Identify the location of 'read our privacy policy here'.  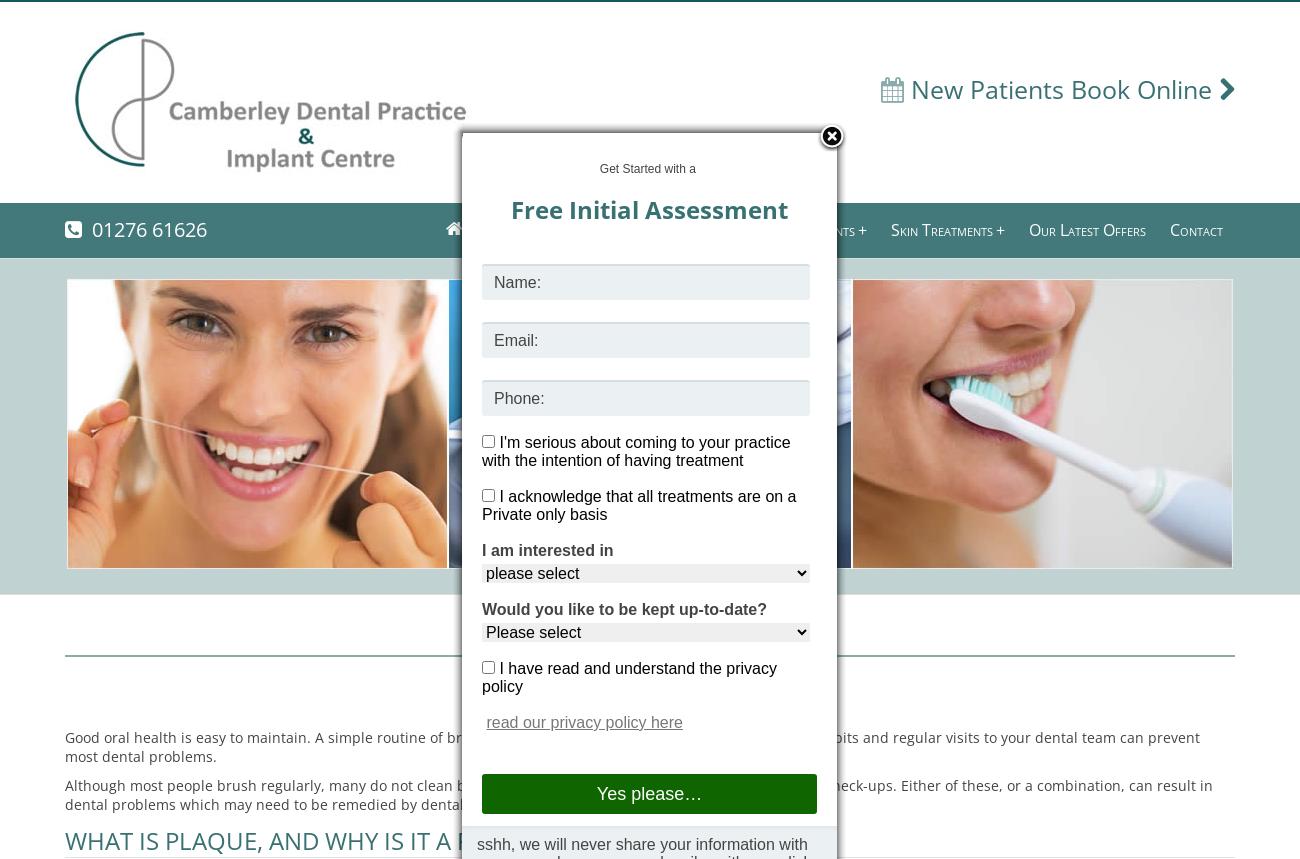
(583, 721).